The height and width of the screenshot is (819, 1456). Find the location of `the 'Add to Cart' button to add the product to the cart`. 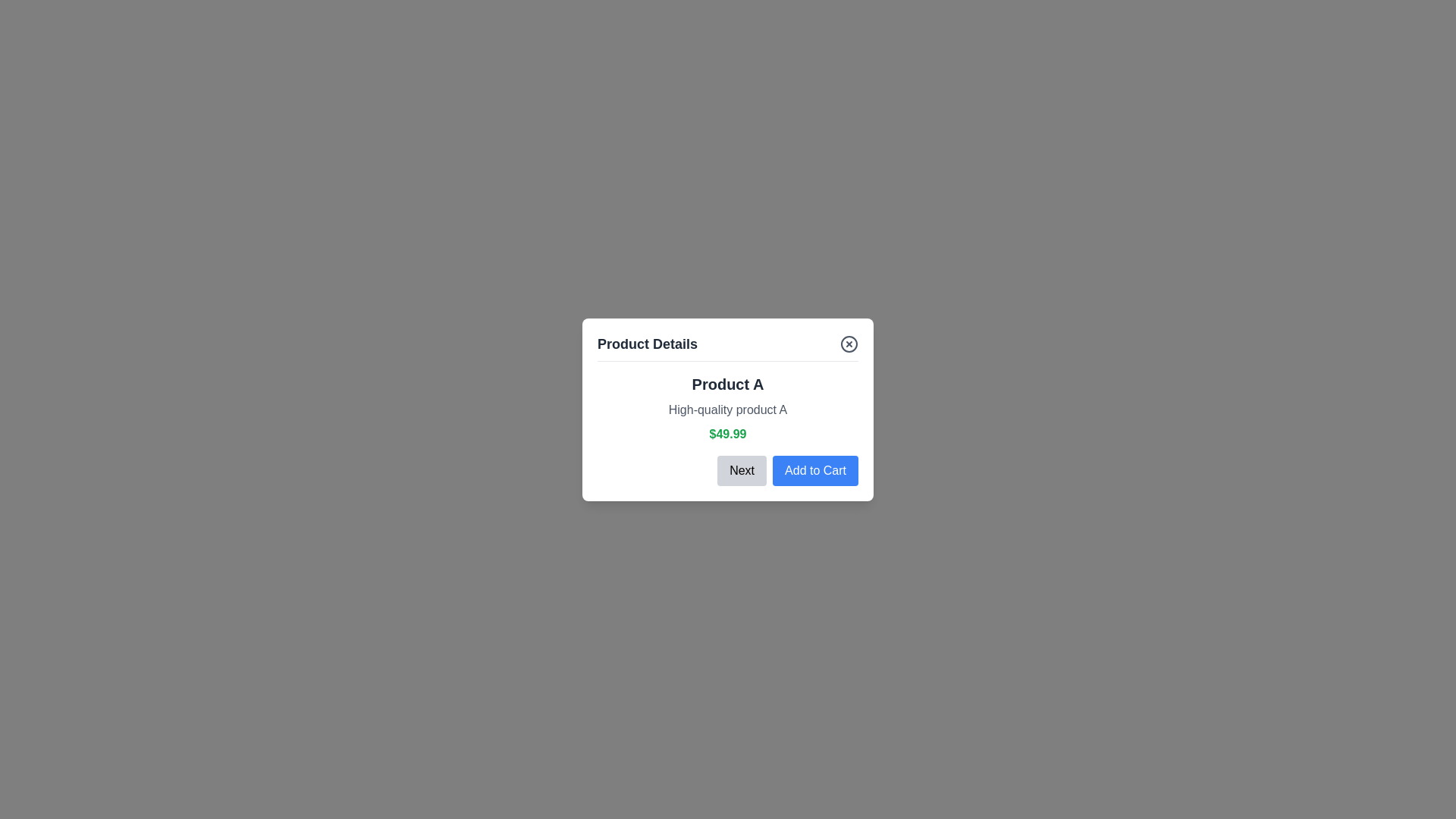

the 'Add to Cart' button to add the product to the cart is located at coordinates (814, 469).